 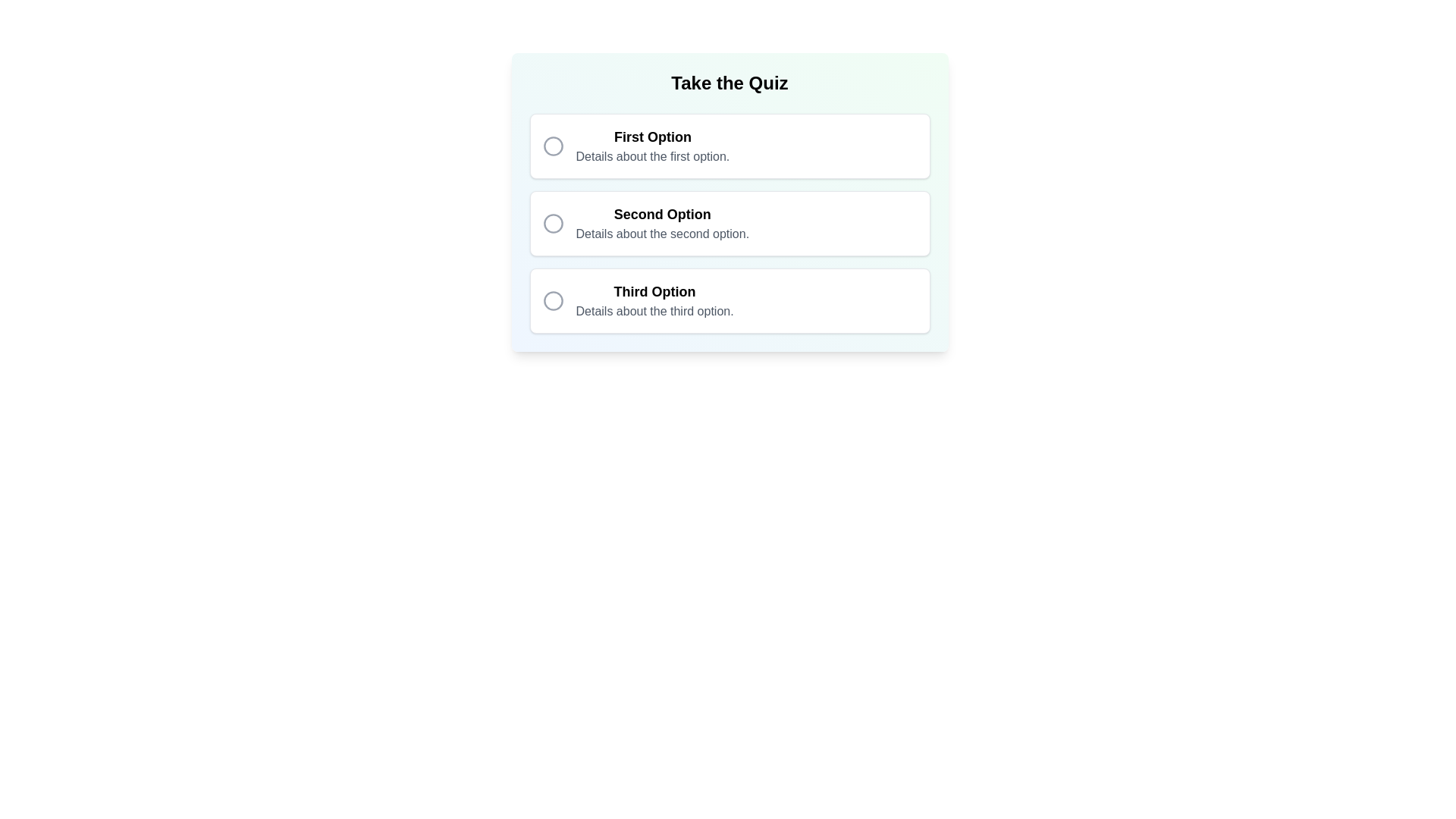 I want to click on the second circular icon representing a selection indicator in the radio button group for the quiz option, so click(x=552, y=223).